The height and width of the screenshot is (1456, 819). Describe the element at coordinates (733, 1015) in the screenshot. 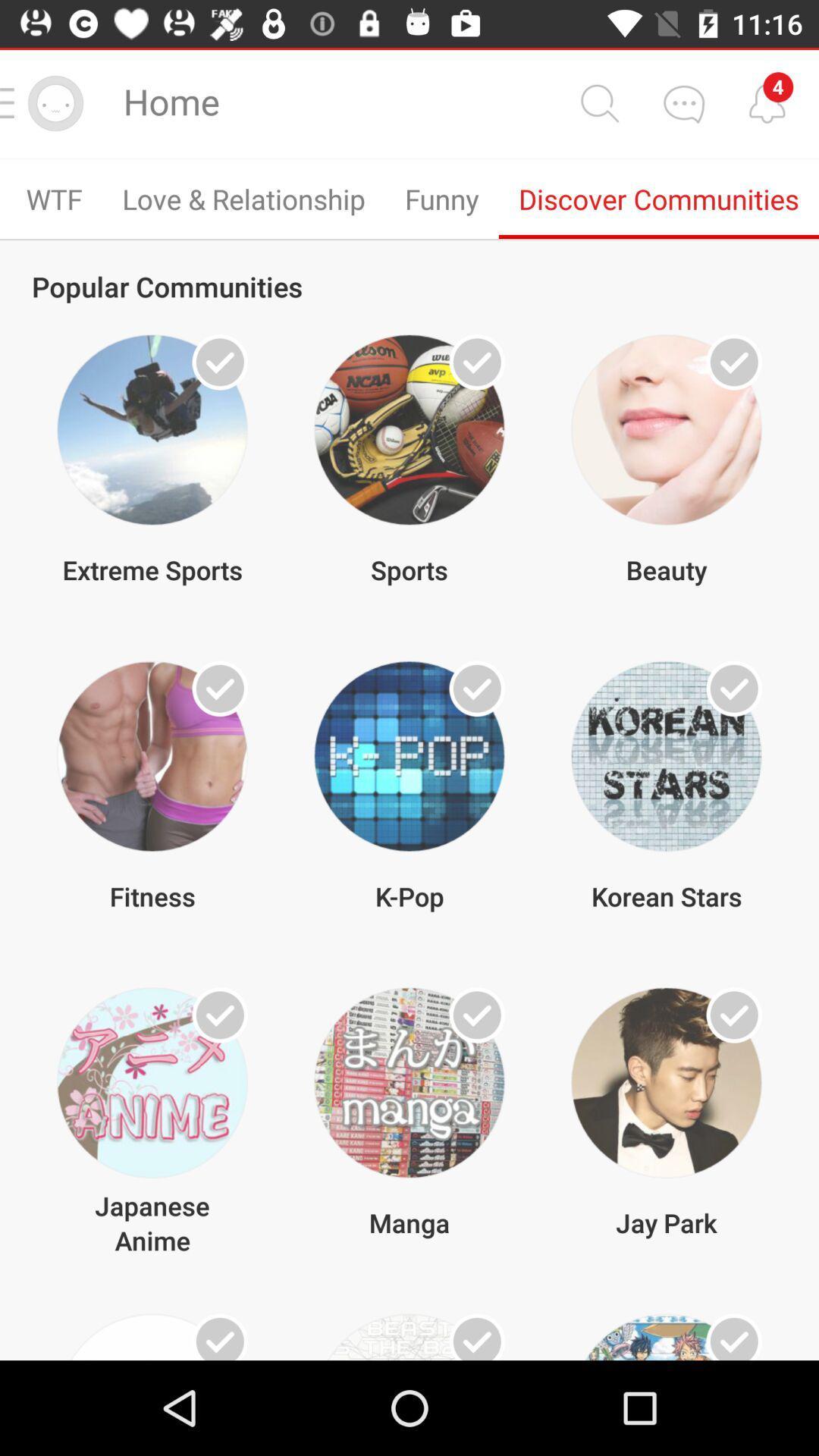

I see `community` at that location.